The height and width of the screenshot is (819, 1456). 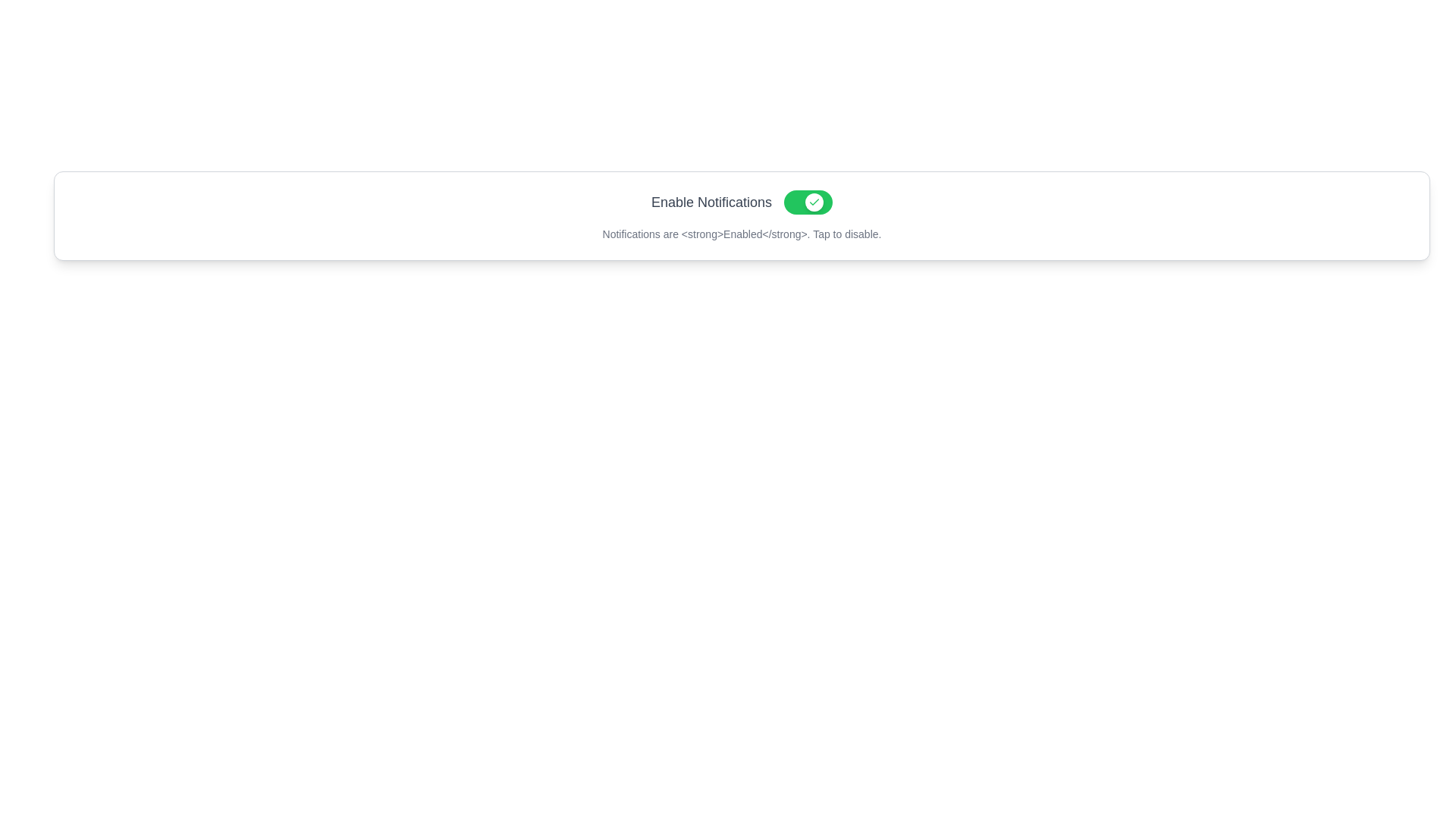 What do you see at coordinates (814, 201) in the screenshot?
I see `the green checkmark icon indicating the enabled state of the toggle switch for 'Enable Notifications'` at bounding box center [814, 201].